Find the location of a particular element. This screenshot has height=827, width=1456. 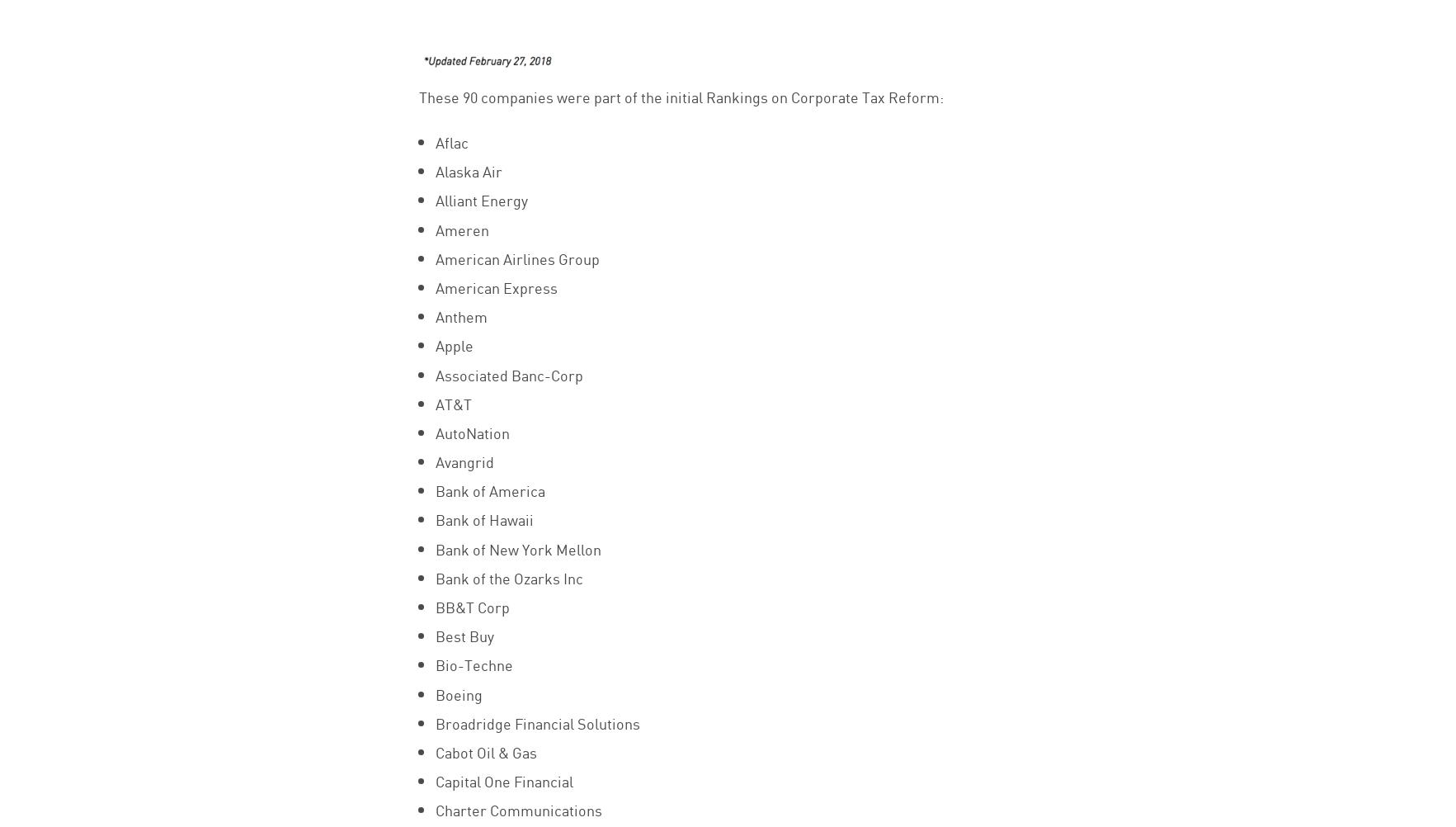

'AutoNation' is located at coordinates (434, 432).